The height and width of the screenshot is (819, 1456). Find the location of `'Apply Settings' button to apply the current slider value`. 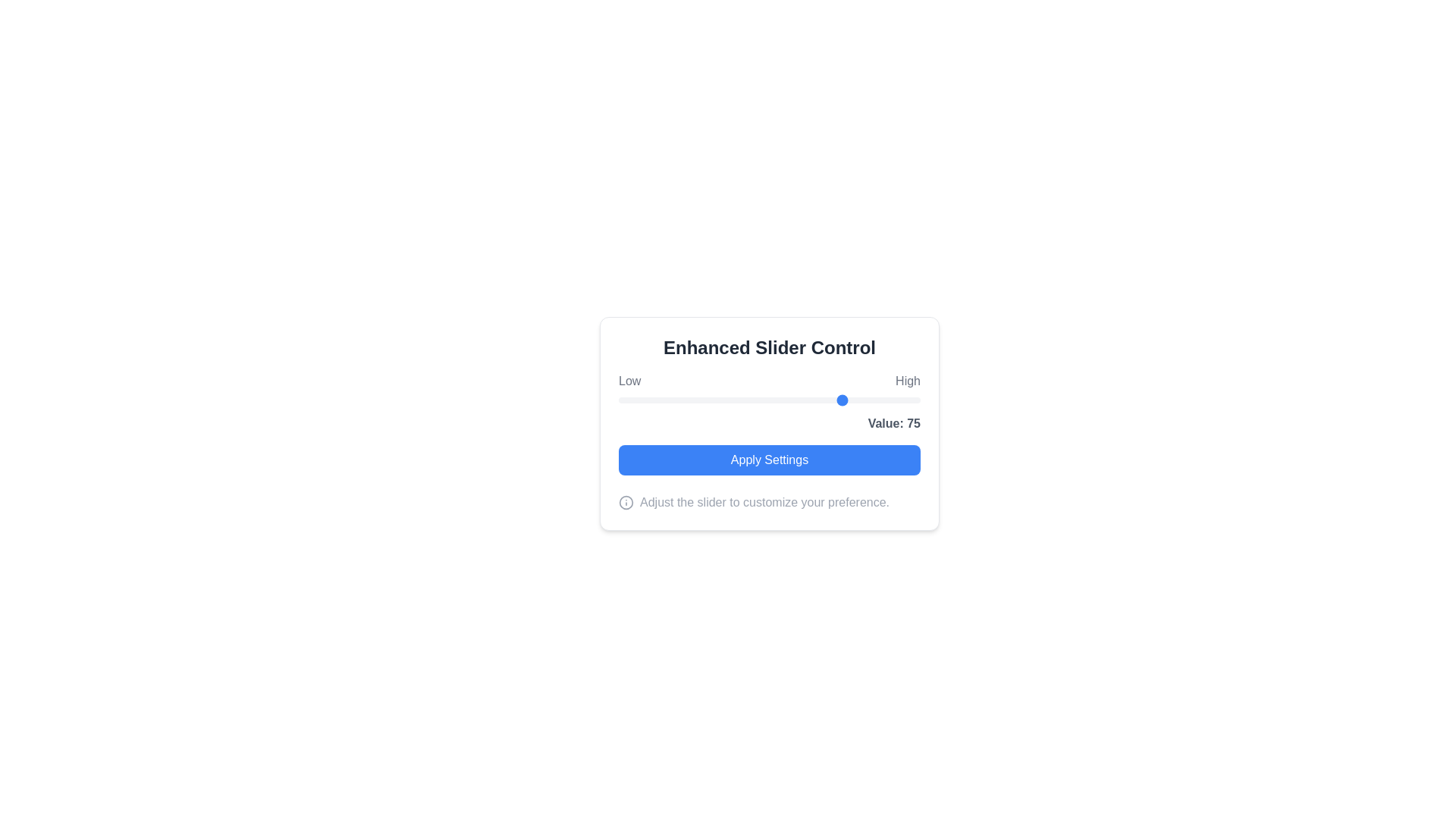

'Apply Settings' button to apply the current slider value is located at coordinates (769, 459).